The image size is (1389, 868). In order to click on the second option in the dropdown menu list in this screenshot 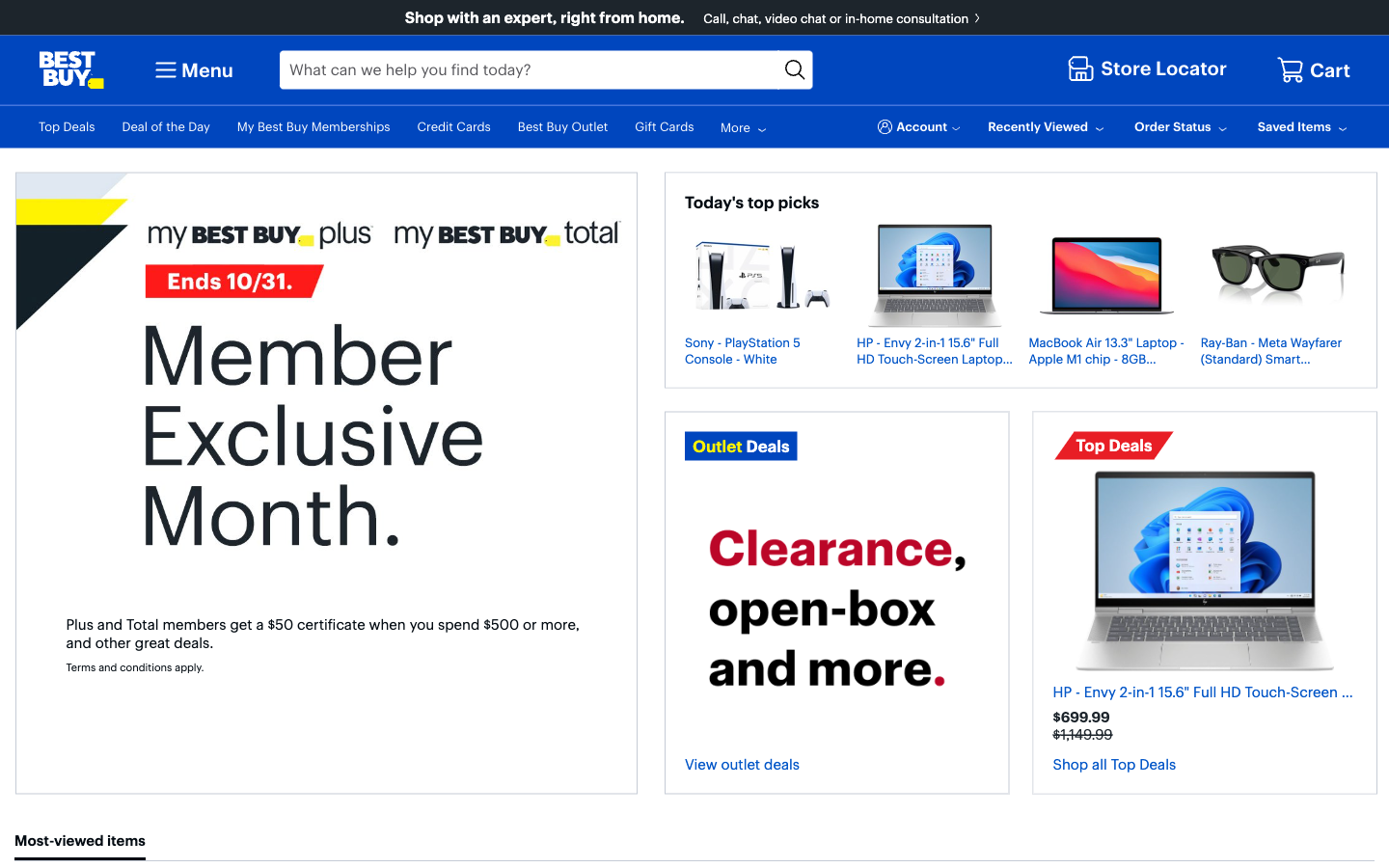, I will do `click(192, 68)`.